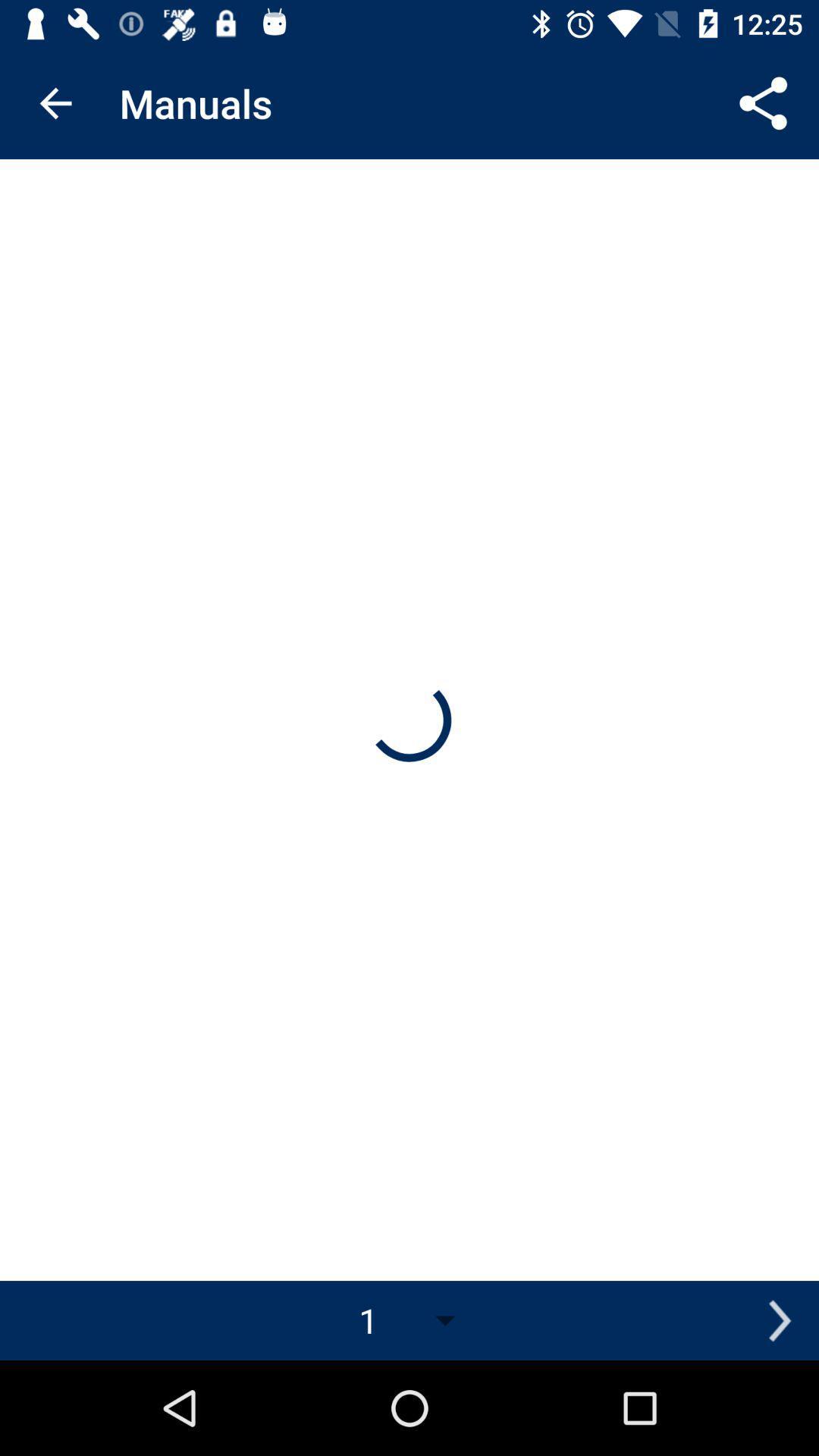 Image resolution: width=819 pixels, height=1456 pixels. What do you see at coordinates (779, 1319) in the screenshot?
I see `item to the right of the   1 icon` at bounding box center [779, 1319].